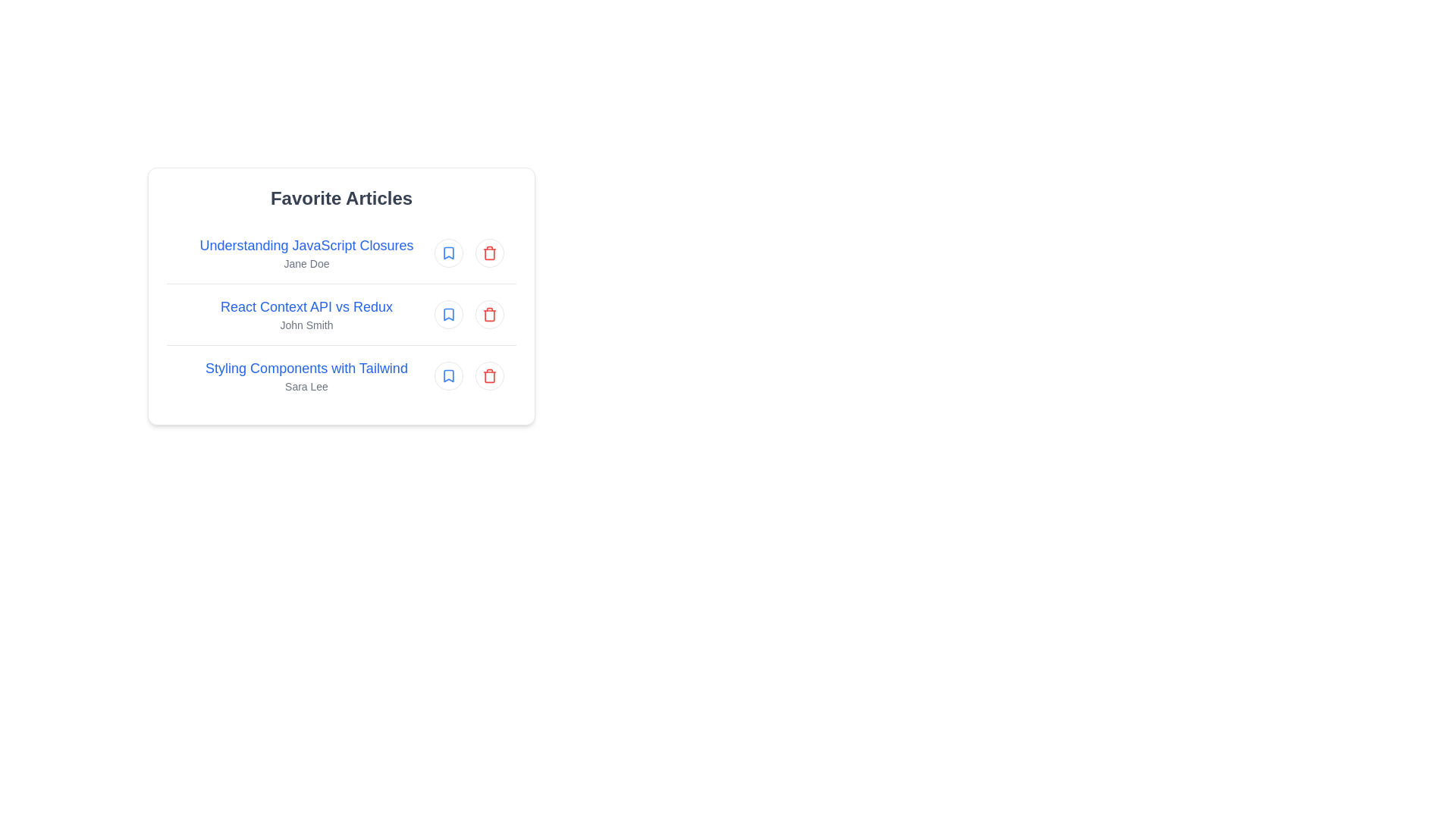  What do you see at coordinates (340, 375) in the screenshot?
I see `the article entry titled 'Styling Components with Tailwind'` at bounding box center [340, 375].